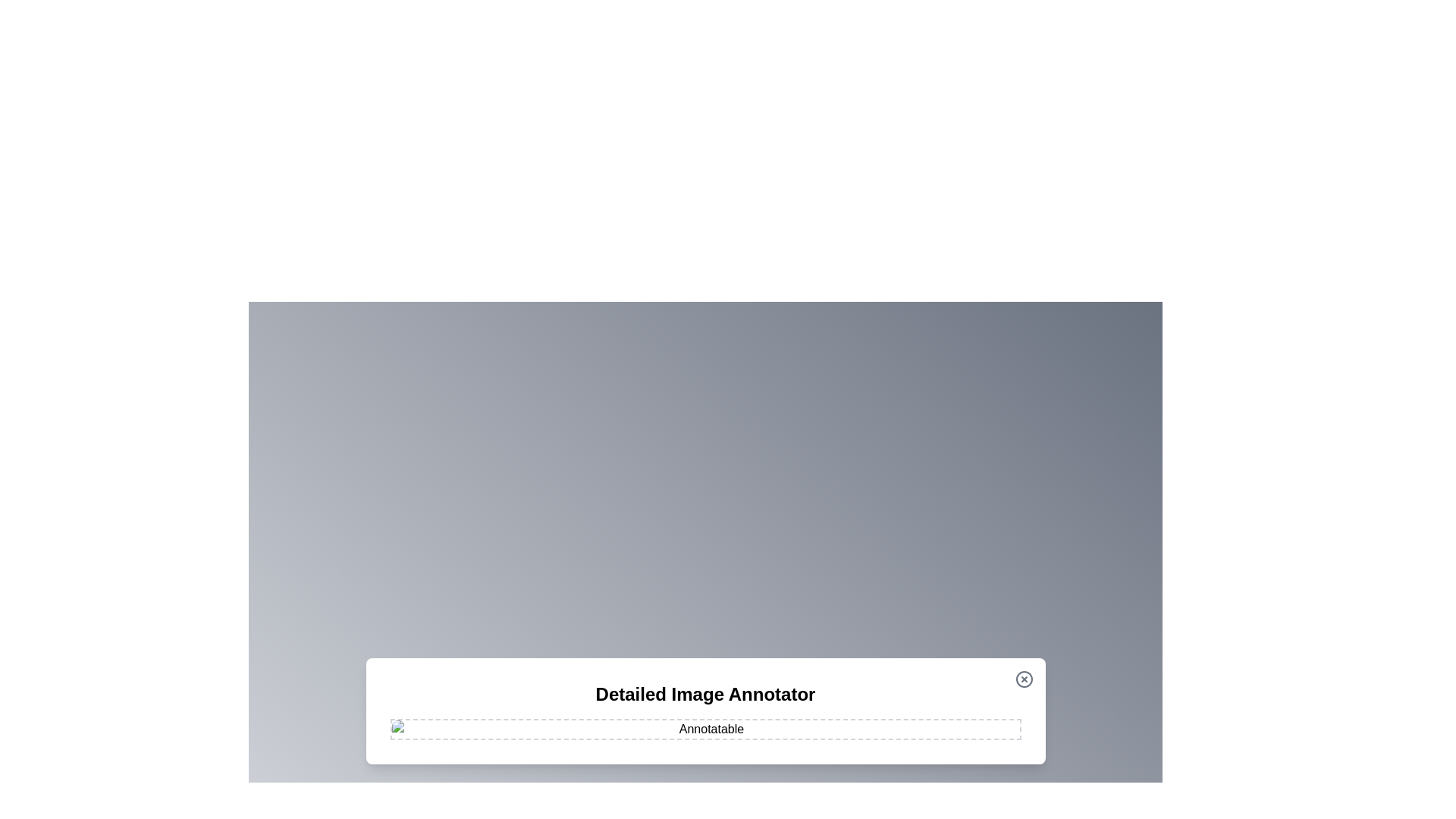 Image resolution: width=1456 pixels, height=819 pixels. I want to click on the image at coordinates (1237, 957) to add an annotation, so click(937, 724).